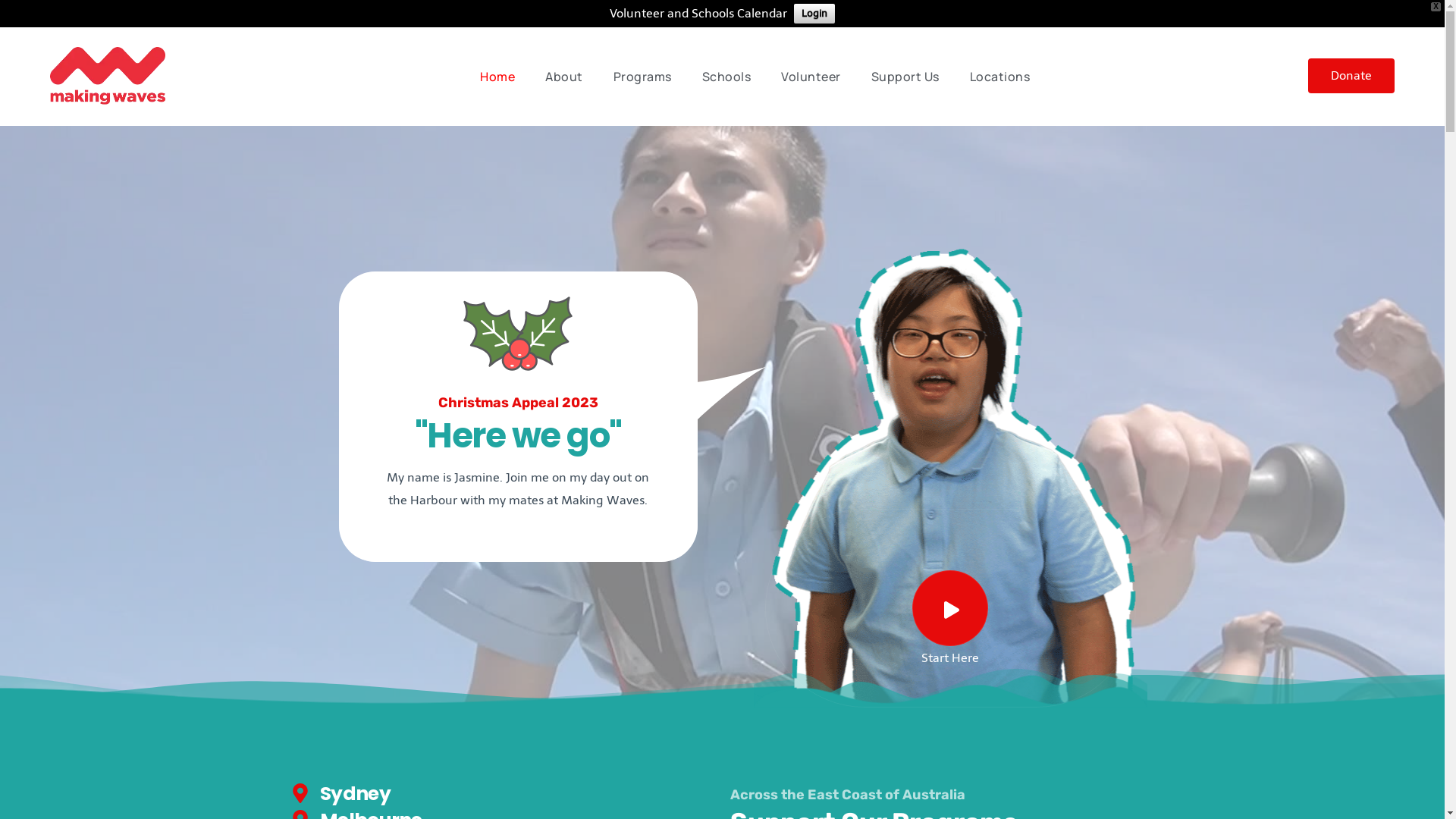  Describe the element at coordinates (814, 14) in the screenshot. I see `'Login'` at that location.